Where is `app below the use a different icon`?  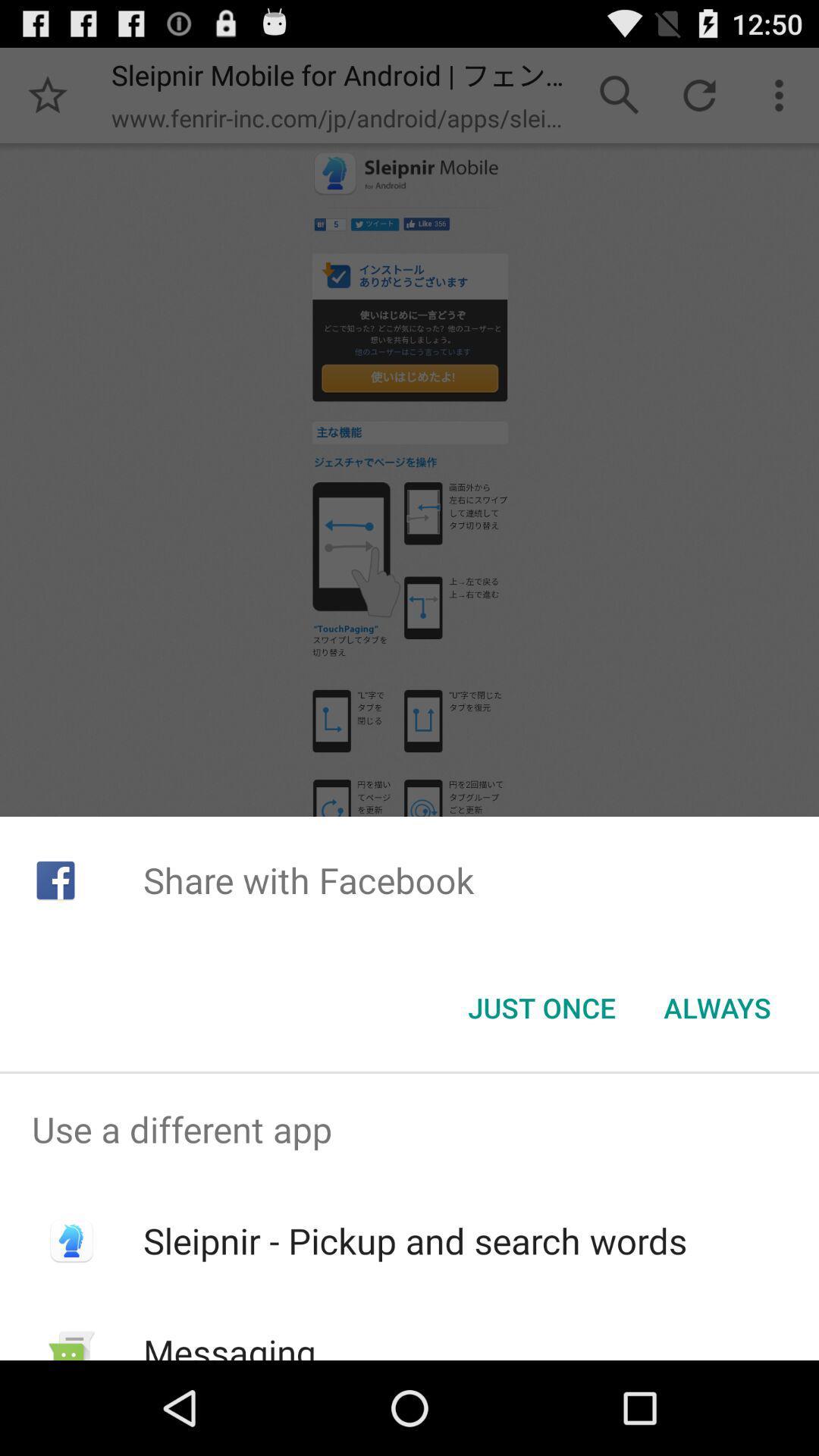 app below the use a different icon is located at coordinates (415, 1241).